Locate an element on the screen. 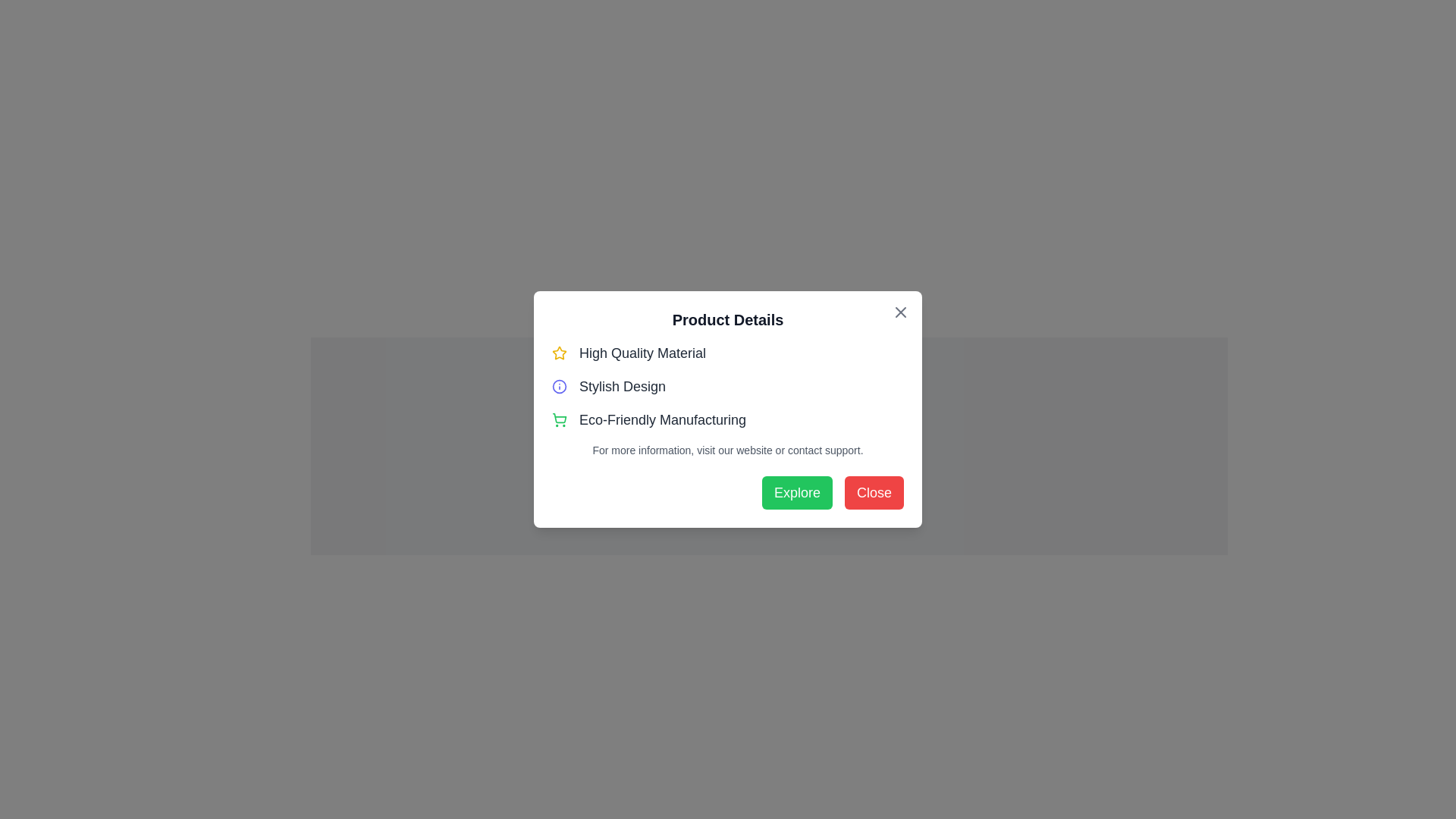  the ecological manufacturing feature text with icon, which is the third item in the list of features within the 'Product Details' modal, situated below 'Stylish Design' and above the support contact note is located at coordinates (728, 420).